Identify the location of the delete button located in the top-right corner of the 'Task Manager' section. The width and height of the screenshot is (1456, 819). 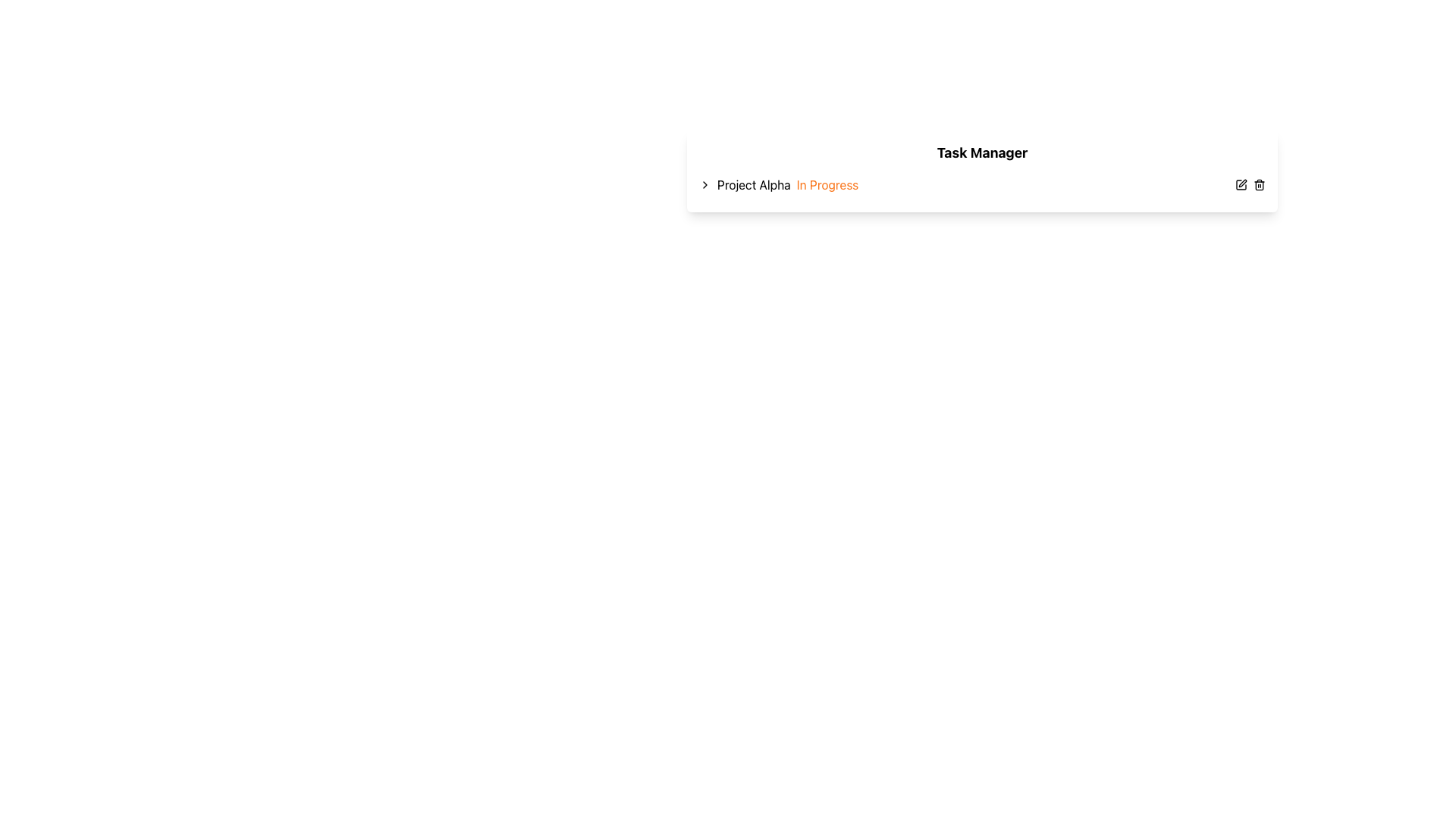
(1259, 184).